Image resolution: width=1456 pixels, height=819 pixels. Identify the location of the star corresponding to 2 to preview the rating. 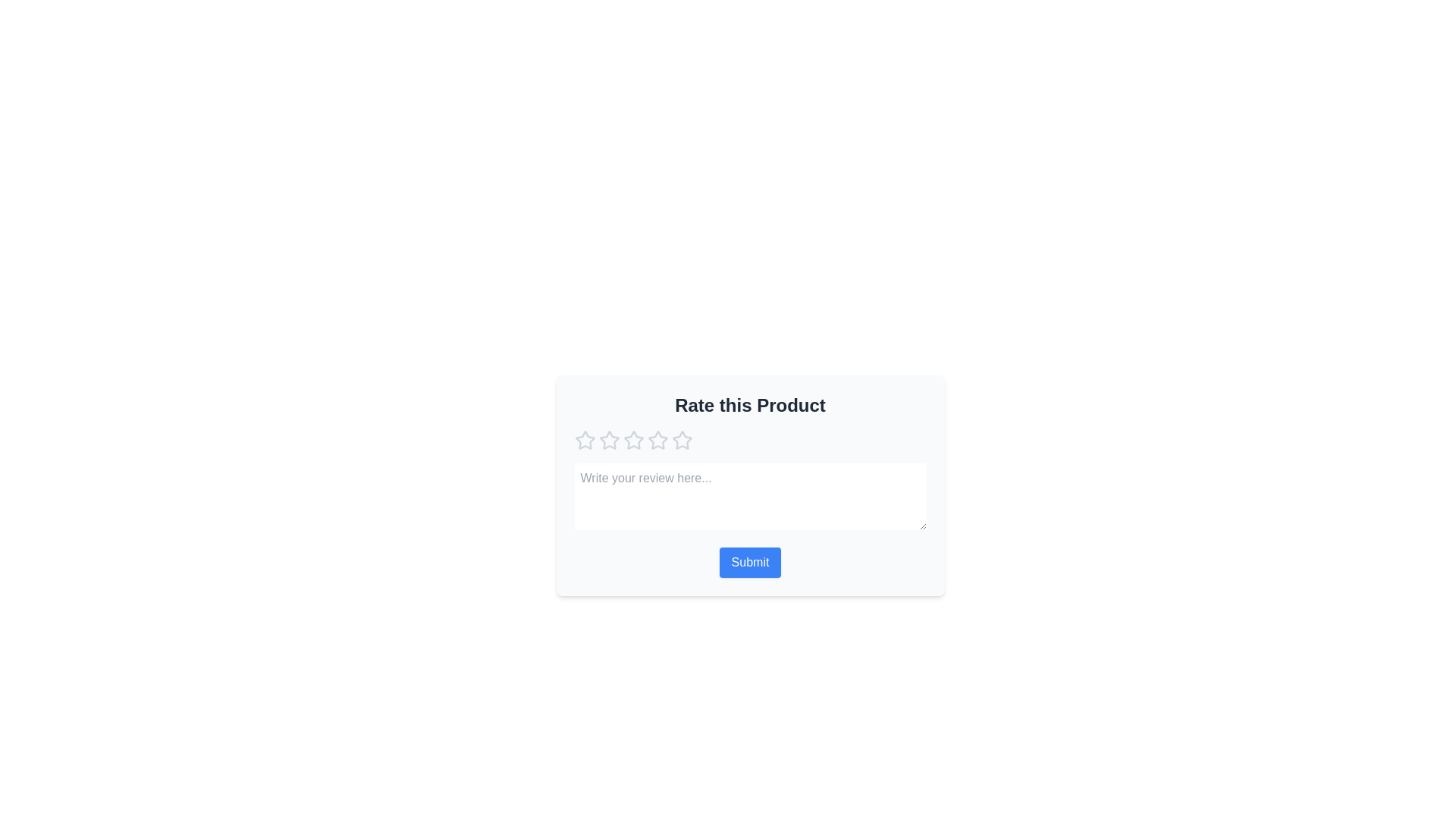
(609, 441).